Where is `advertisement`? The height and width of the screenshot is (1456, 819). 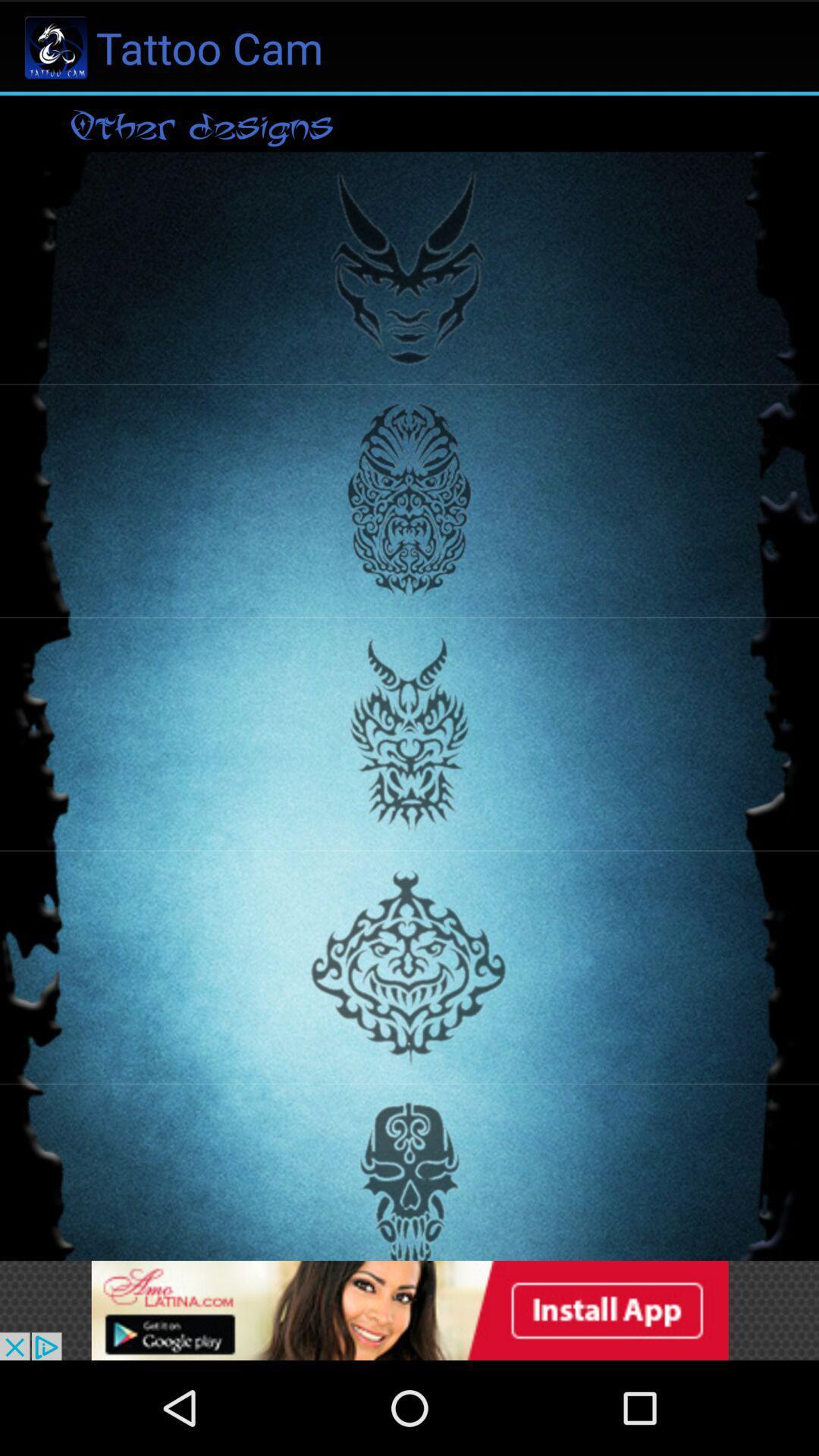 advertisement is located at coordinates (409, 1310).